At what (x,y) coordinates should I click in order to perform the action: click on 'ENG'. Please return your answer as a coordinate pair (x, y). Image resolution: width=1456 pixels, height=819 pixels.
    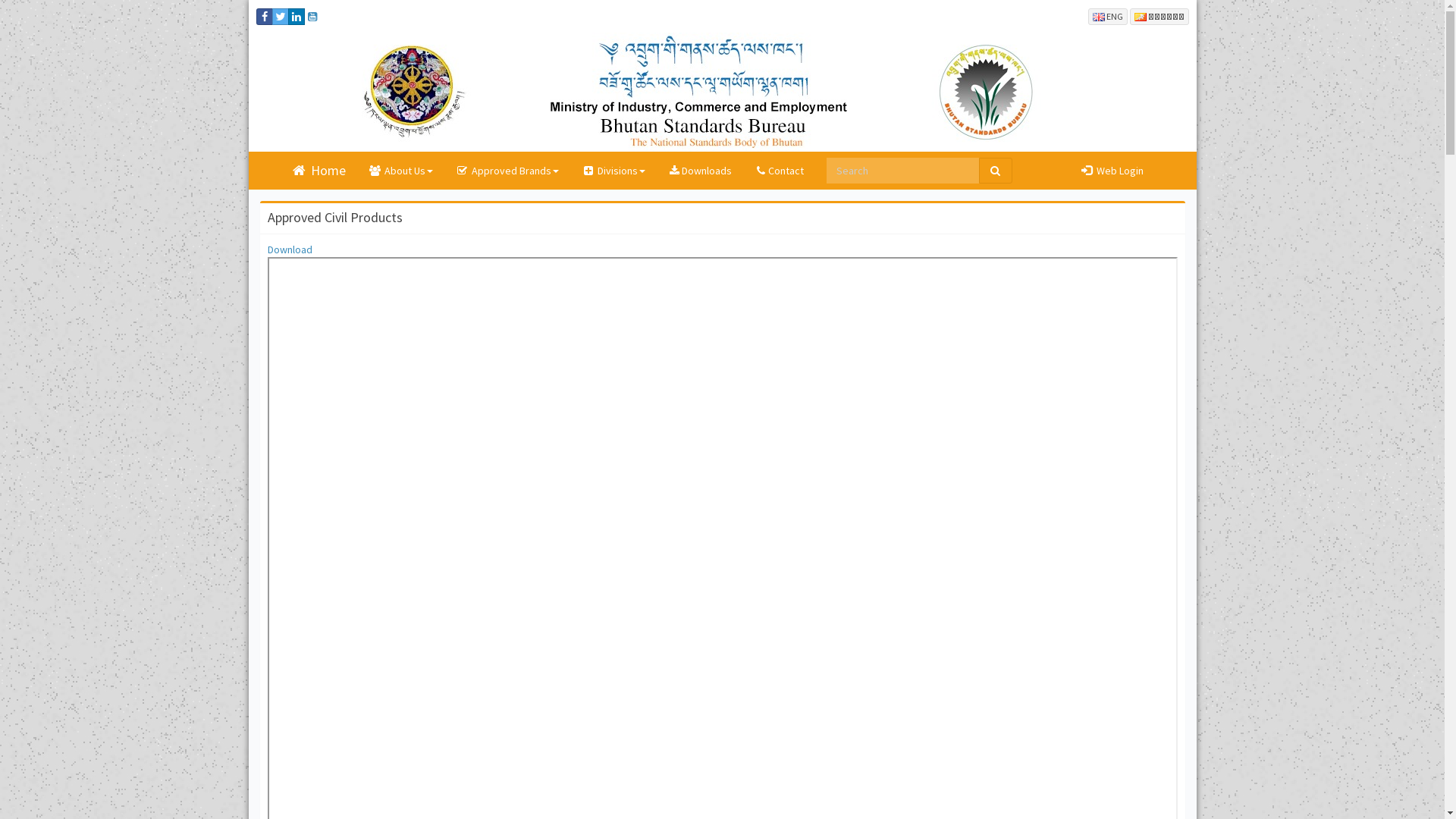
    Looking at the image, I should click on (1106, 14).